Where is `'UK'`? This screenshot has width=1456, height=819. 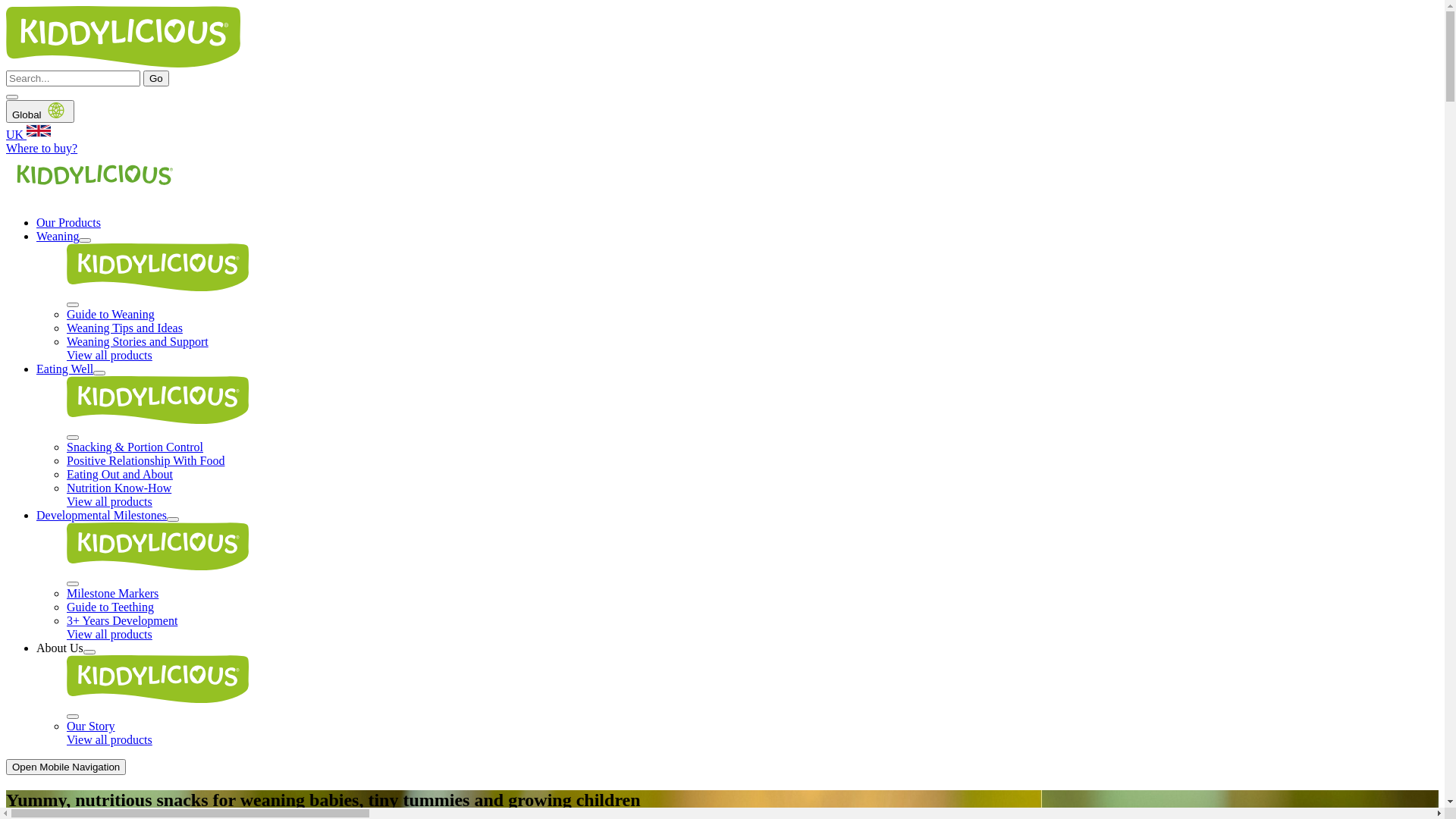 'UK' is located at coordinates (721, 131).